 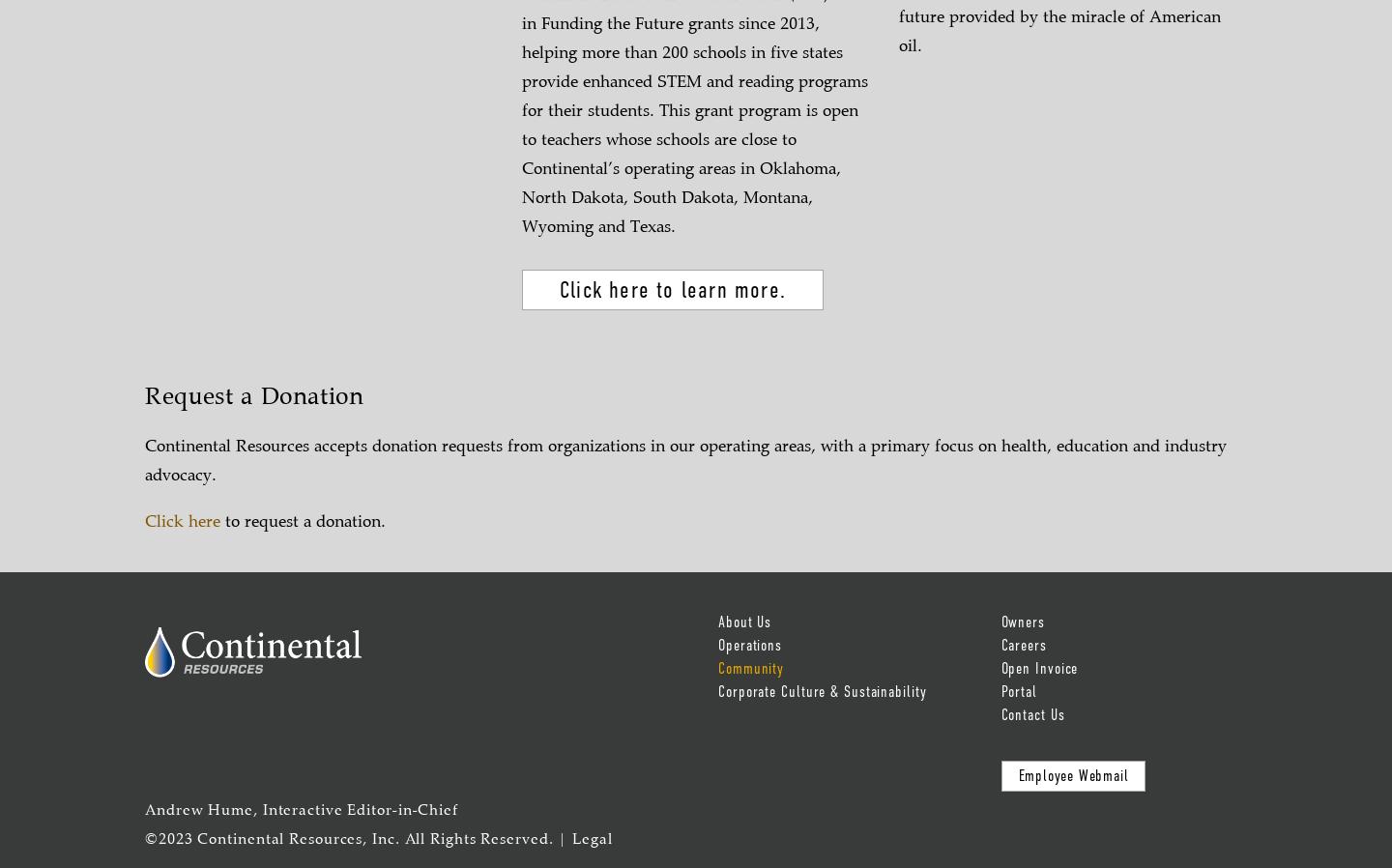 What do you see at coordinates (302, 811) in the screenshot?
I see `'Andrew Hume, Interactive Editor-in-Chief'` at bounding box center [302, 811].